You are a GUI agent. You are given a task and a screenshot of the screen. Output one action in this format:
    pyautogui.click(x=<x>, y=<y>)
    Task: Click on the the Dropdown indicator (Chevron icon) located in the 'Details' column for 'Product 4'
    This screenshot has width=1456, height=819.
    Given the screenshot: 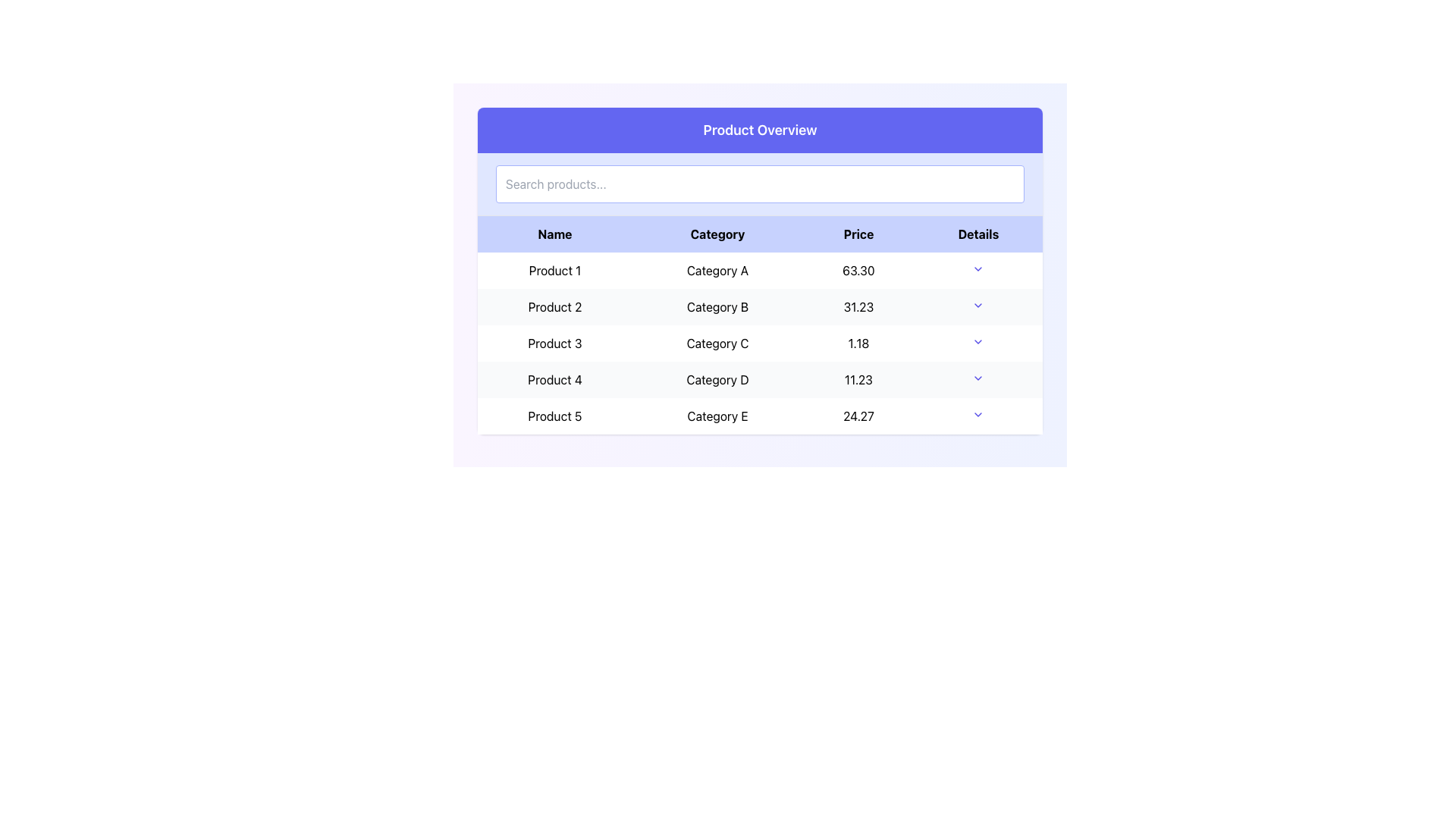 What is the action you would take?
    pyautogui.click(x=978, y=377)
    